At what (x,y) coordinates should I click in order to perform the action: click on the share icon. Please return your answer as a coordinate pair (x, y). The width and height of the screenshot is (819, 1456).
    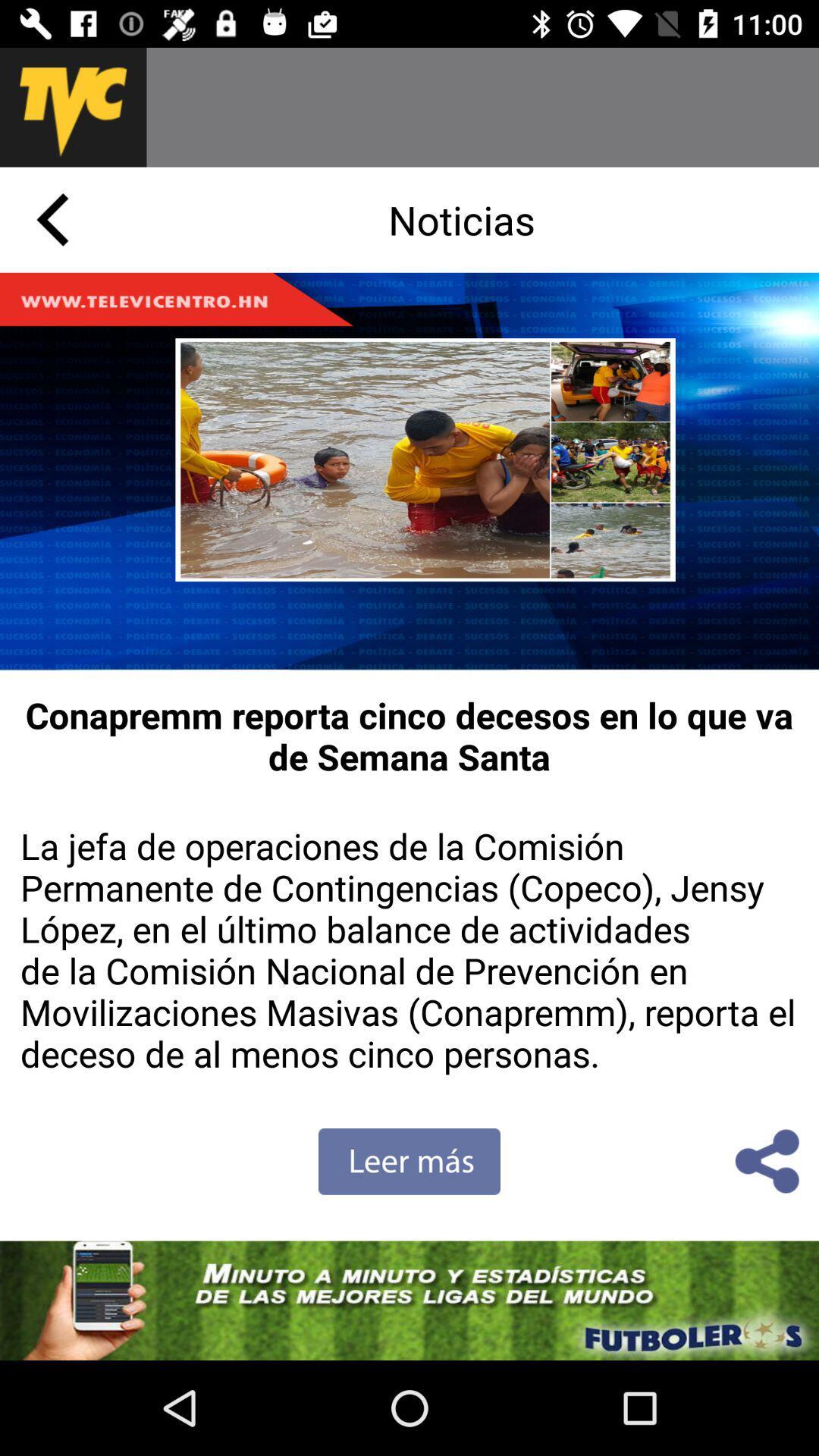
    Looking at the image, I should click on (777, 1160).